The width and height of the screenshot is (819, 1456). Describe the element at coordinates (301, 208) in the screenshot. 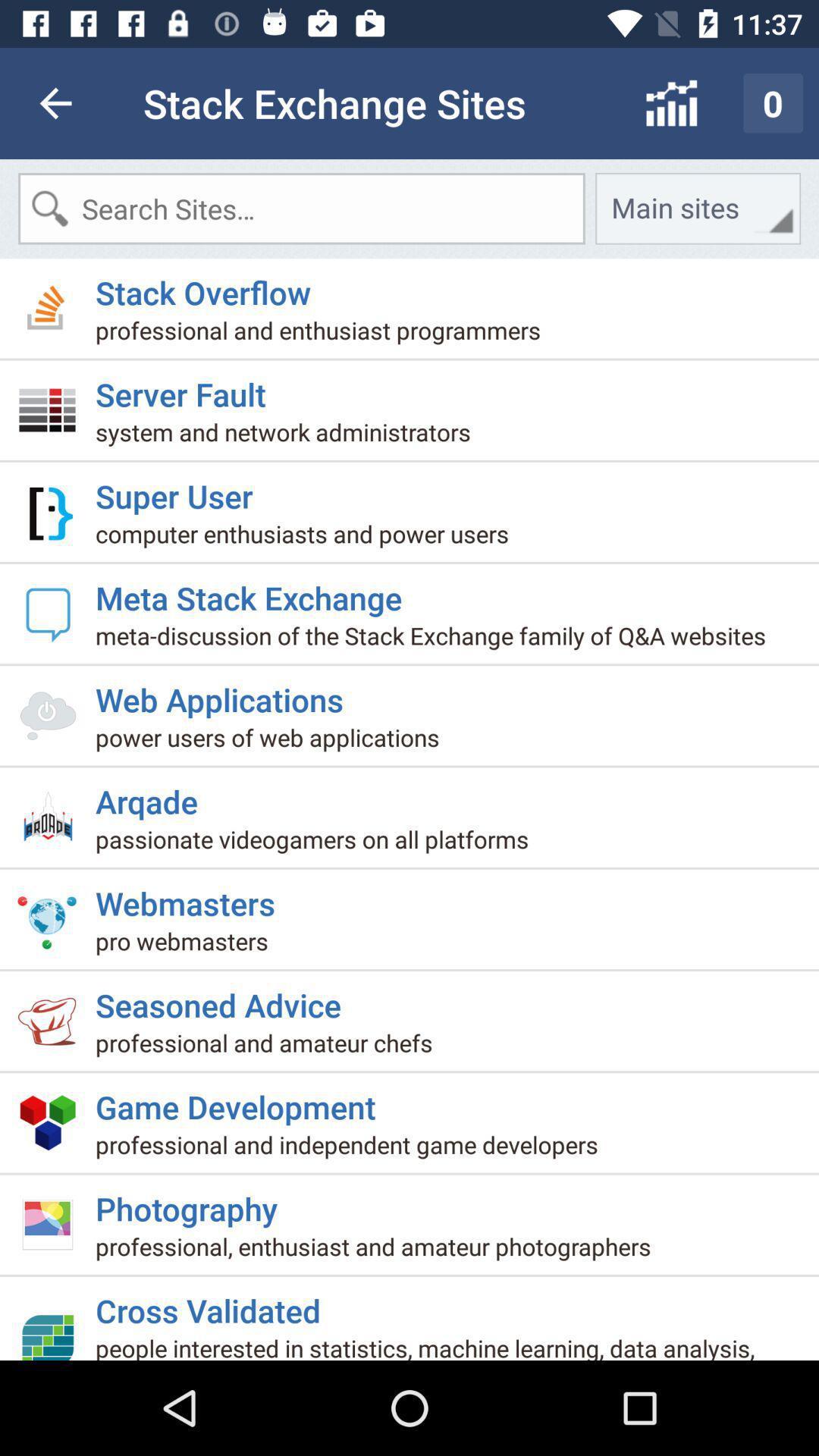

I see `the icon to the left of main sites` at that location.